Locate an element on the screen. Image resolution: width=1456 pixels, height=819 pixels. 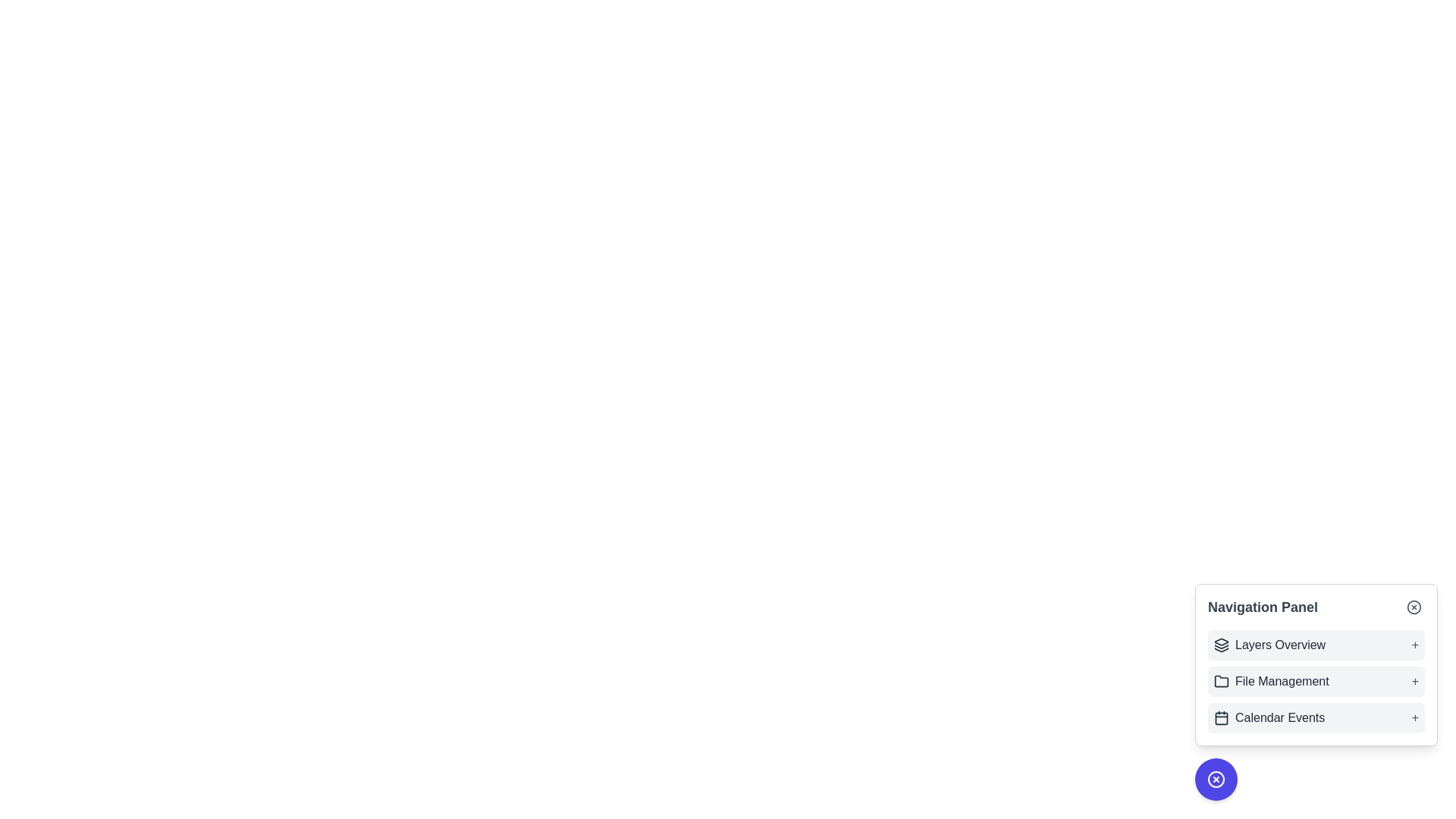
the purple circular button located at the bottom-right corner of the interface is located at coordinates (1216, 780).